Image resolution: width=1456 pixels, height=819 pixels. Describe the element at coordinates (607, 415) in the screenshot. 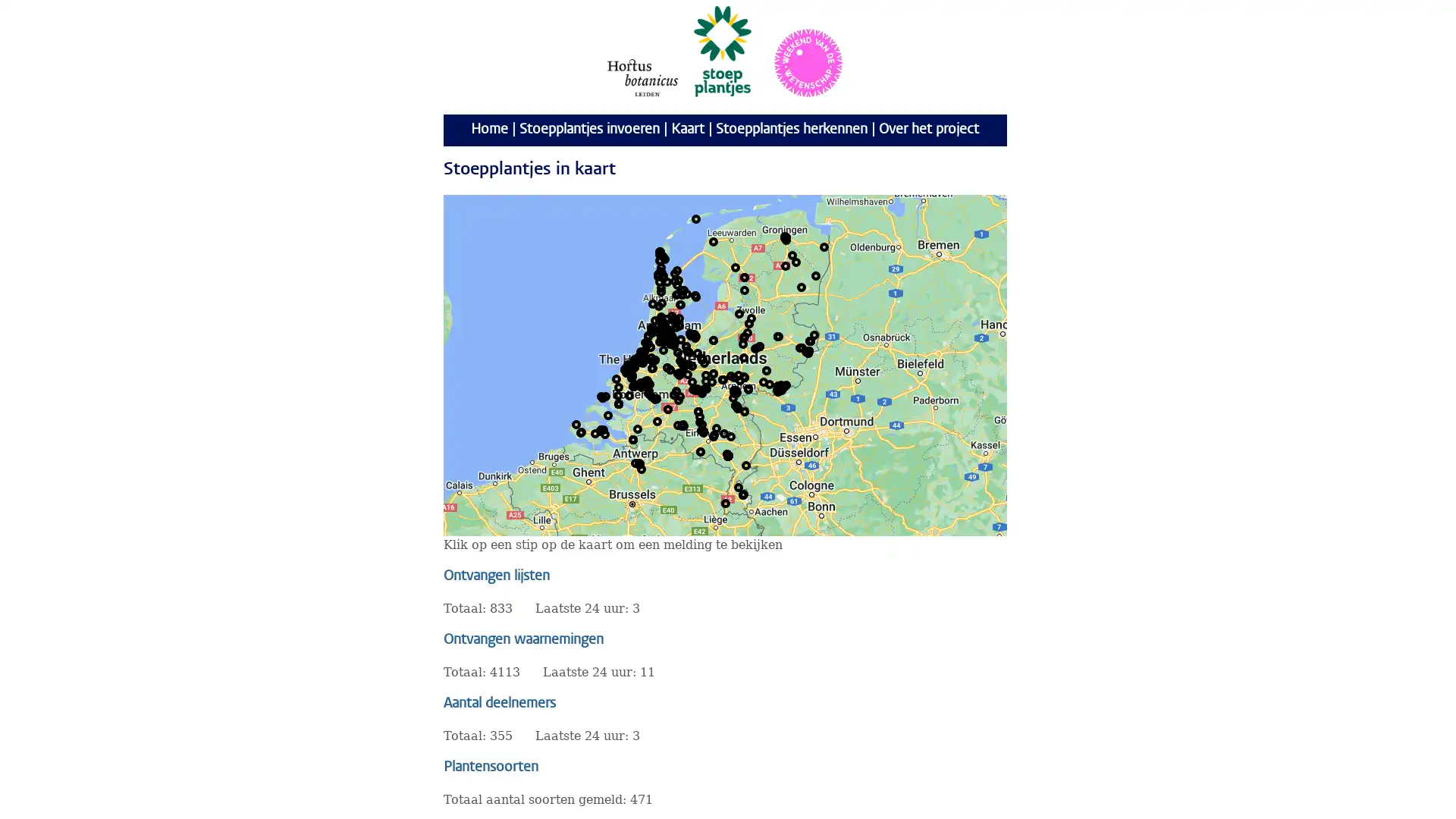

I see `Telling van op 17 mei 2022` at that location.